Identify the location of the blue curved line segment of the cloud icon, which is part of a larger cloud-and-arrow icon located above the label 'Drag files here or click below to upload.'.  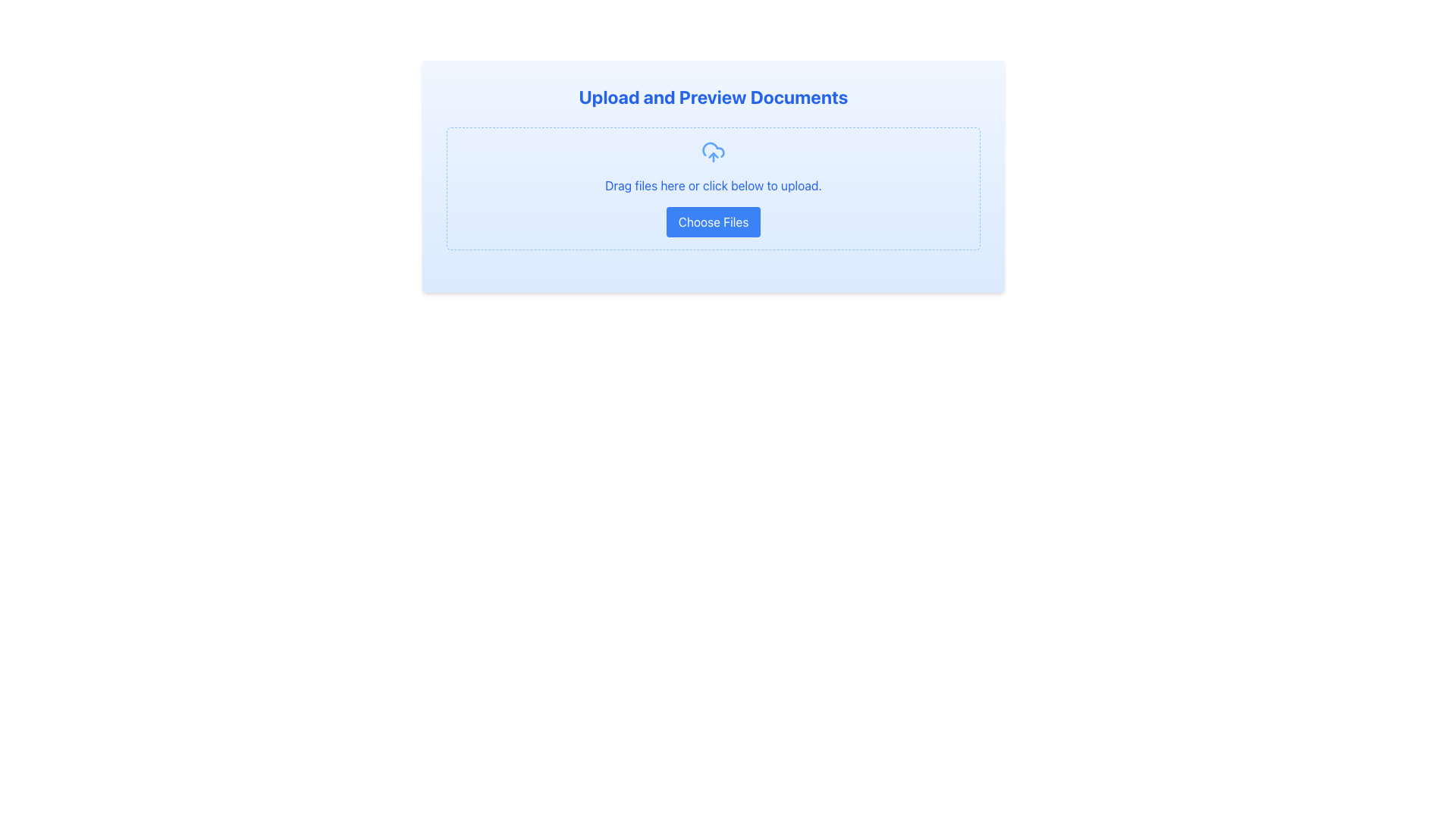
(712, 149).